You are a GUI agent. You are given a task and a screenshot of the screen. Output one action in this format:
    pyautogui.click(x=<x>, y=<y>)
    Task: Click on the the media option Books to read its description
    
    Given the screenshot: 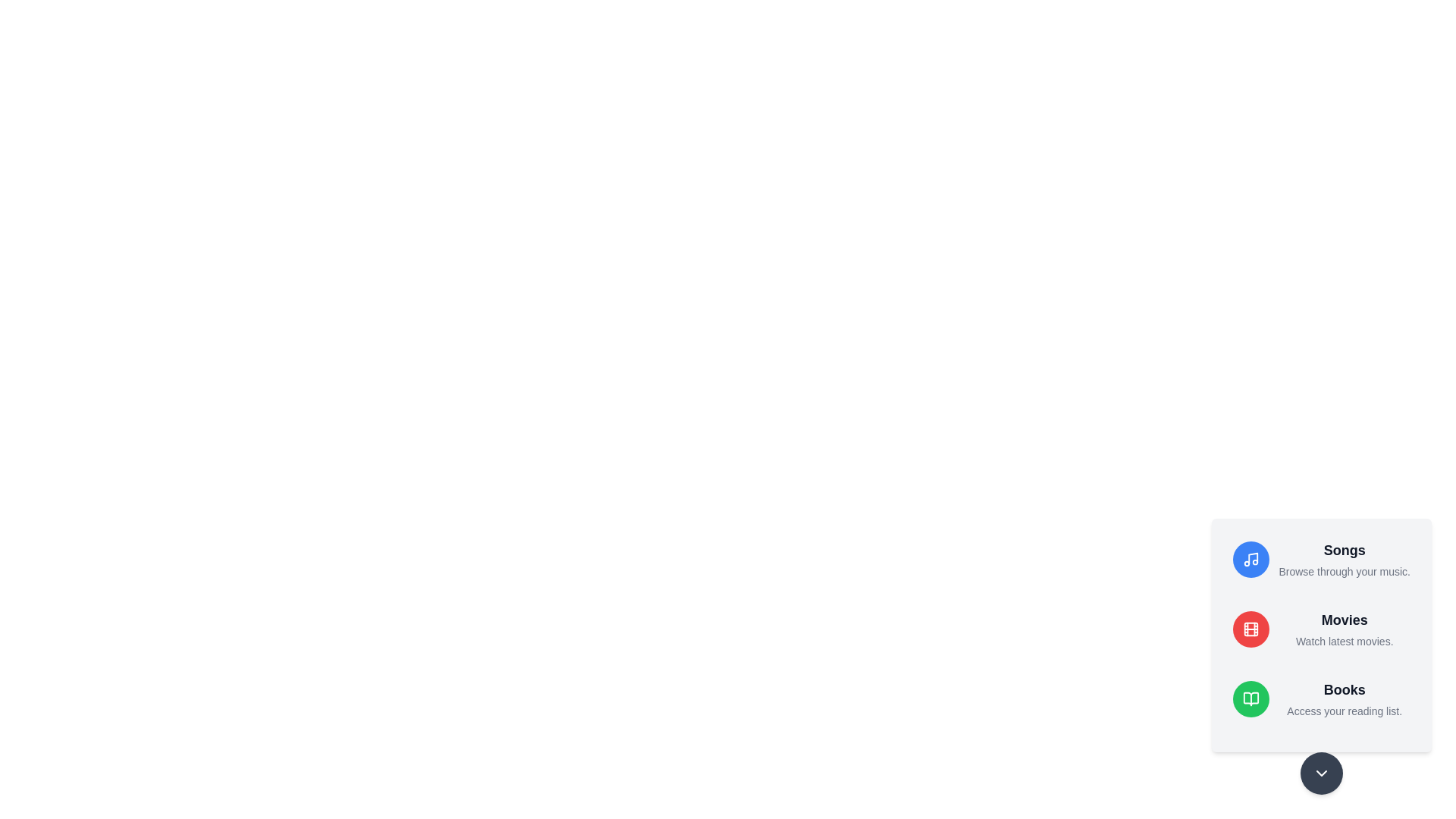 What is the action you would take?
    pyautogui.click(x=1320, y=698)
    